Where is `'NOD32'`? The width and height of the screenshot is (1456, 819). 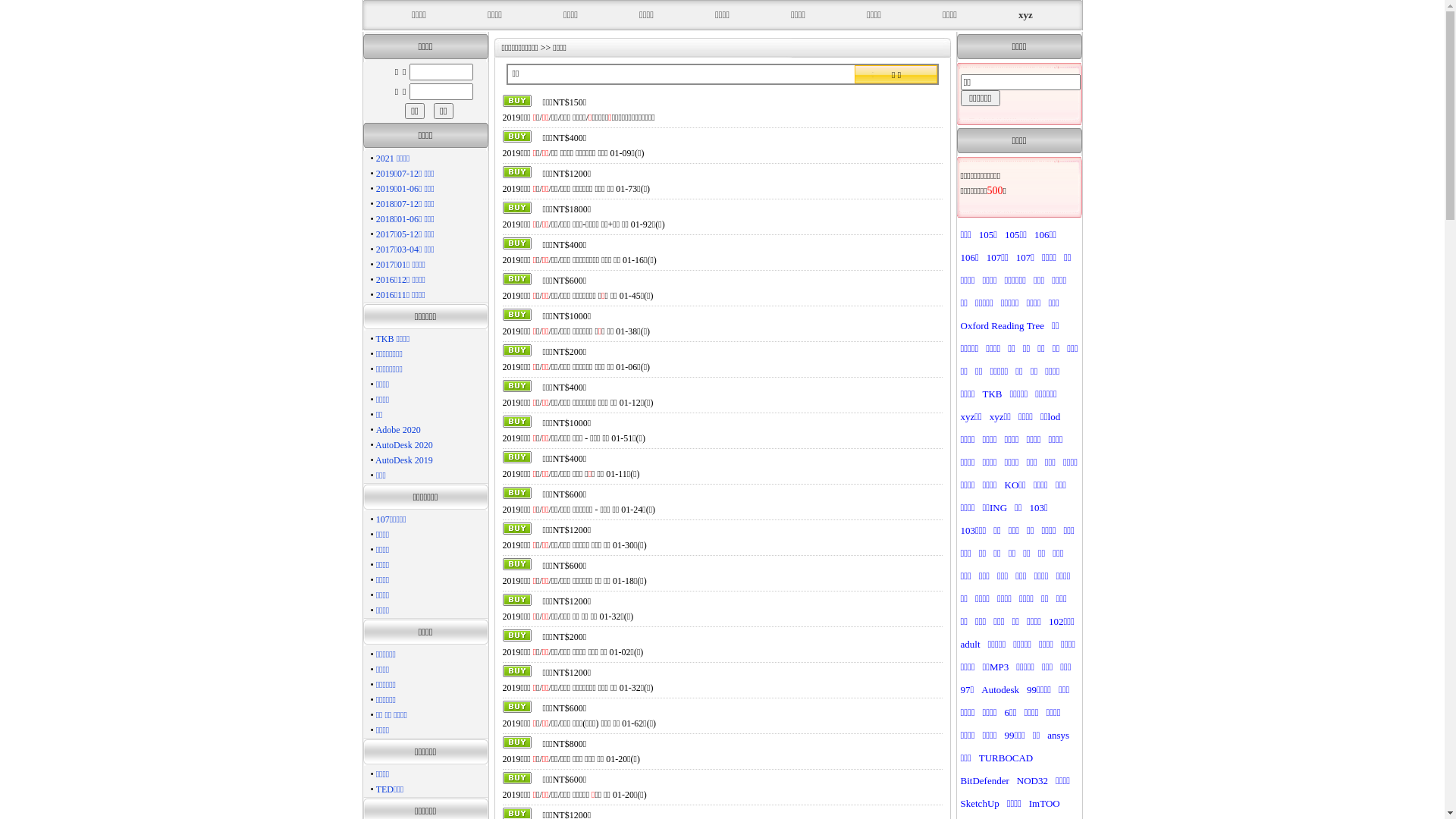
'NOD32' is located at coordinates (1031, 780).